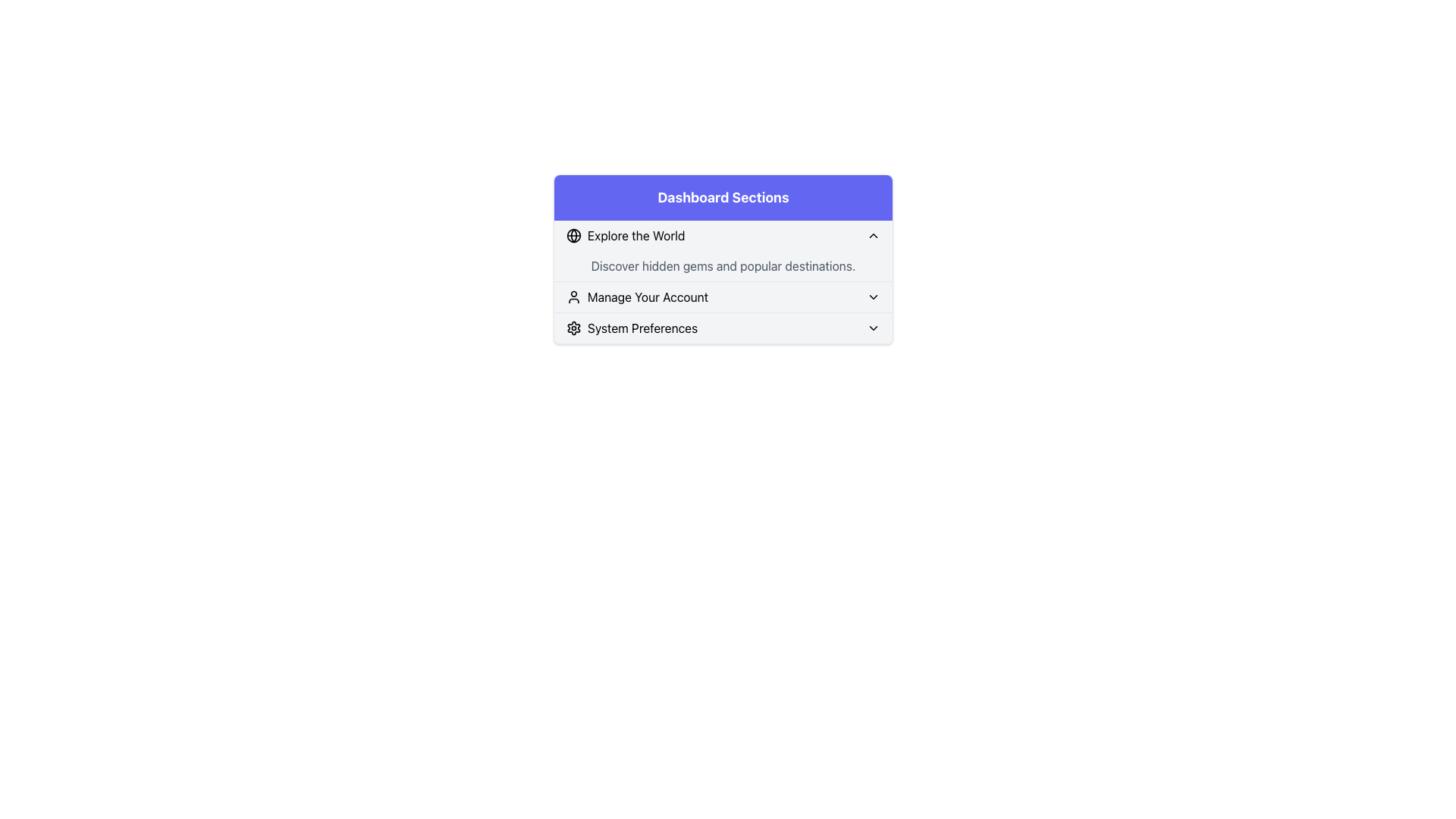  Describe the element at coordinates (723, 250) in the screenshot. I see `the 'Explore the World' Information Card located in the first section of the dashboard interface under 'Dashboard Sections', which is the topmost item in the list` at that location.